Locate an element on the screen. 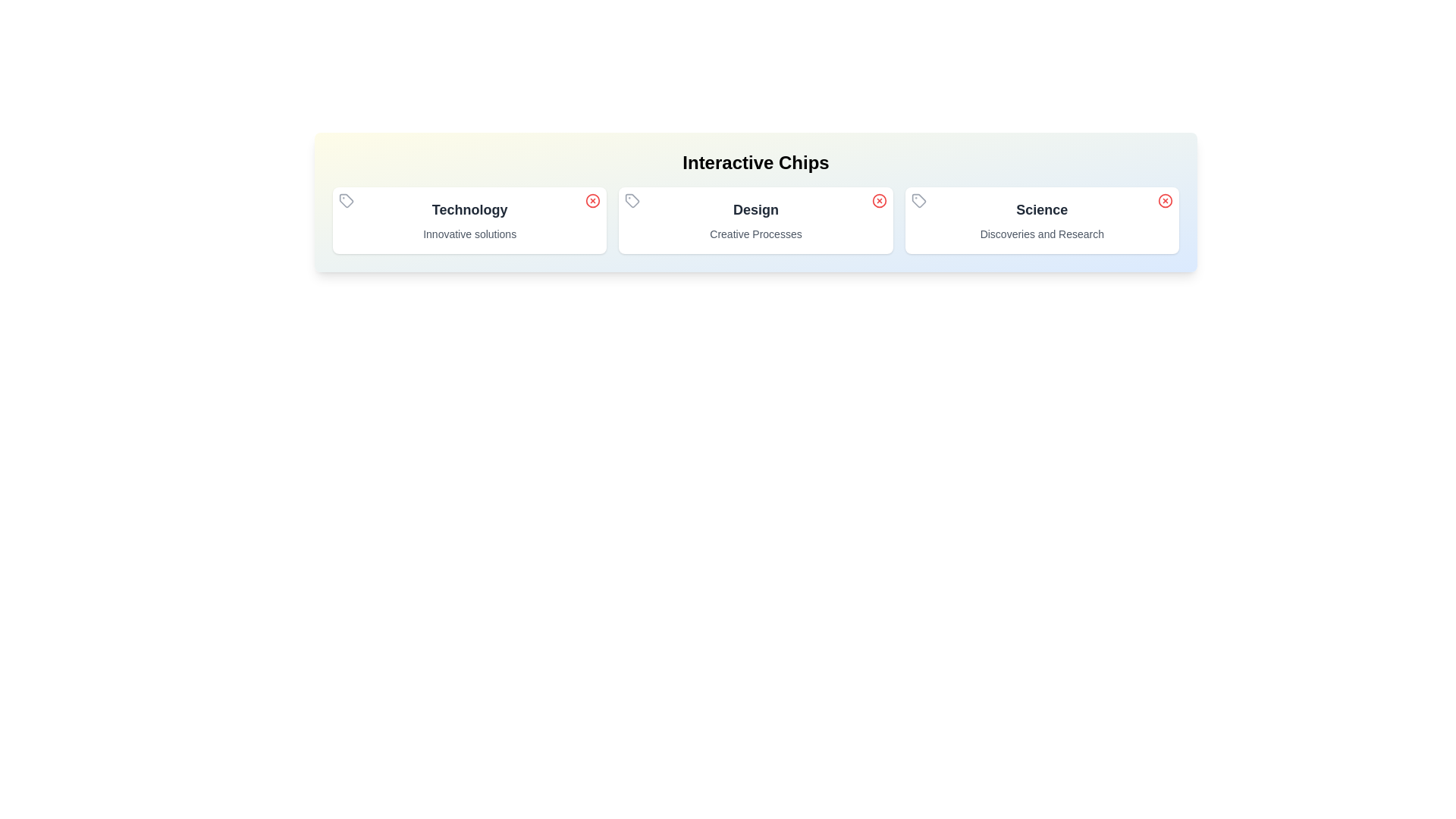  the icon of the chip labeled Design is located at coordinates (632, 200).